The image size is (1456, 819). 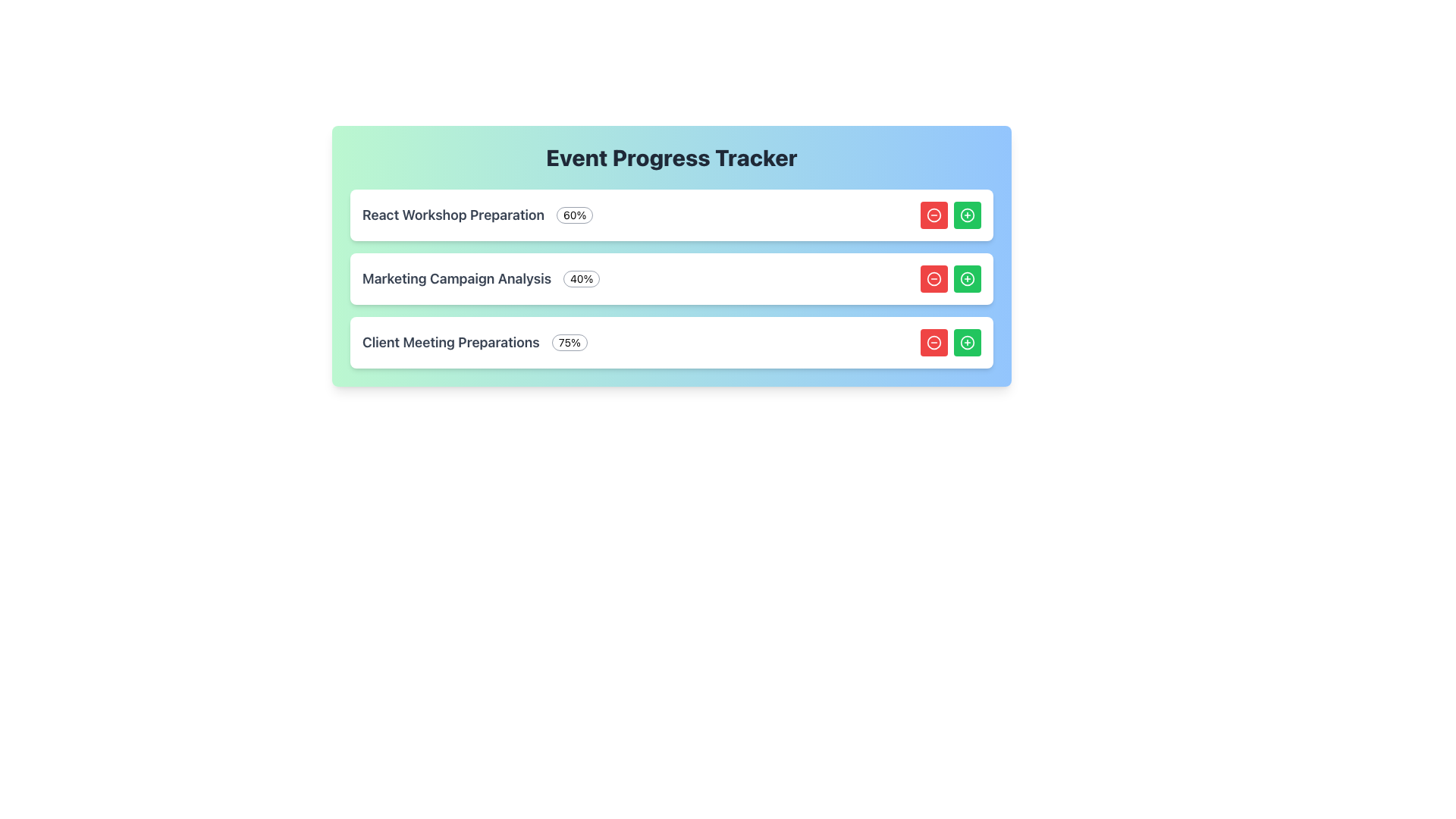 What do you see at coordinates (581, 278) in the screenshot?
I see `the small oval-shaped gray badge displaying '40%' located to the right of the 'Marketing Campaign Analysis' text` at bounding box center [581, 278].